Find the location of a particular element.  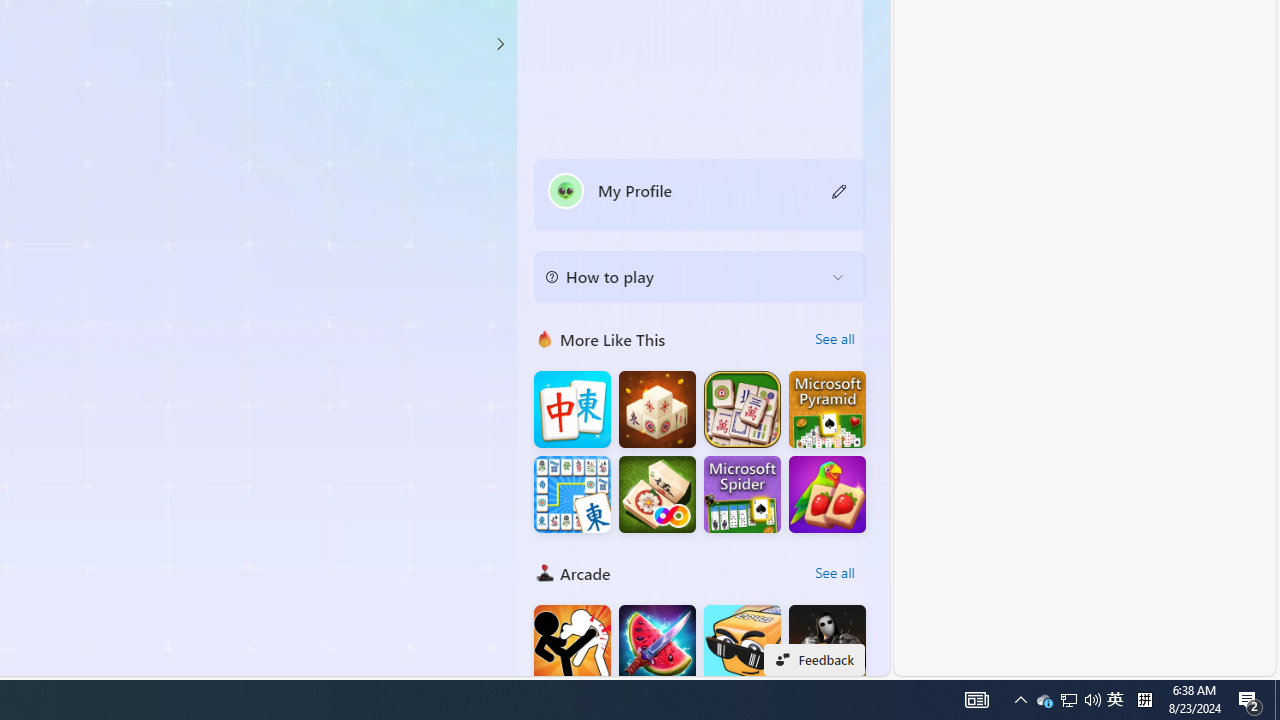

'Stickman Fighter : Mega Brawl' is located at coordinates (571, 643).